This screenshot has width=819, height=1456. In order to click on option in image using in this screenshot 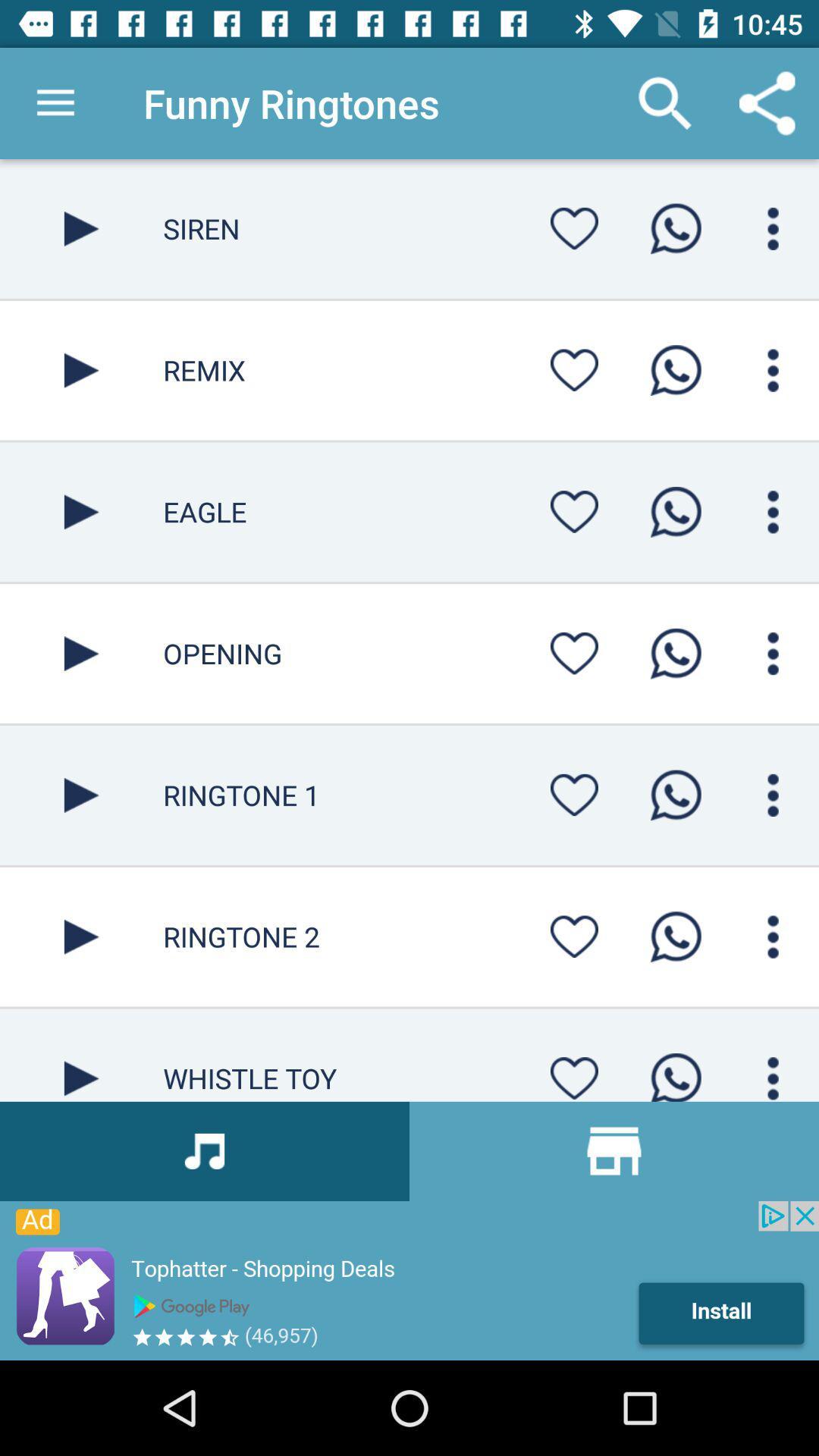, I will do `click(574, 794)`.